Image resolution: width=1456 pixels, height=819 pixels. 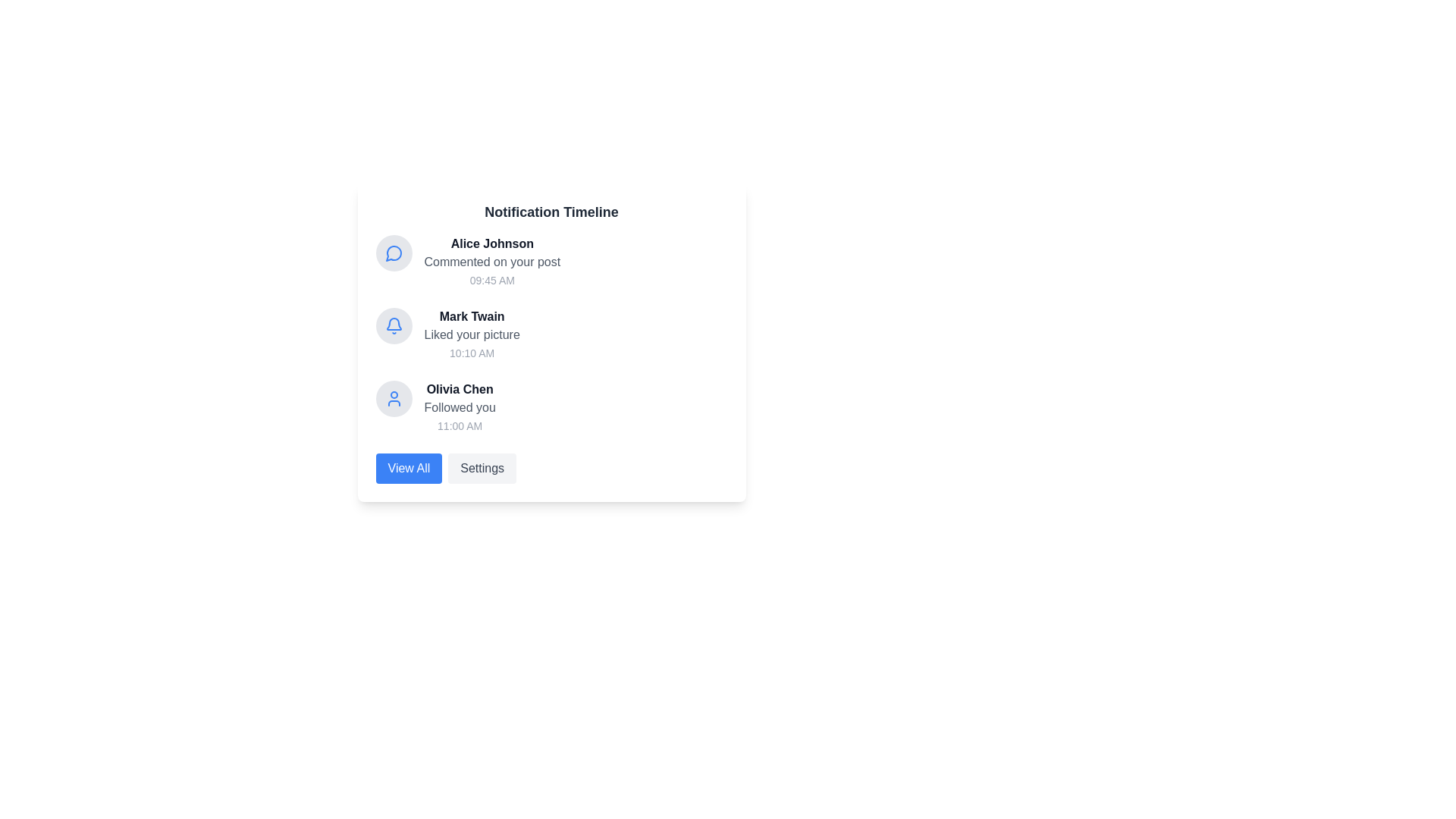 I want to click on the text label that presents the name of the person associated with the notification, located in the second notification entry above the text 'Liked your picture' and the timestamp '10:10 AM', so click(x=471, y=315).